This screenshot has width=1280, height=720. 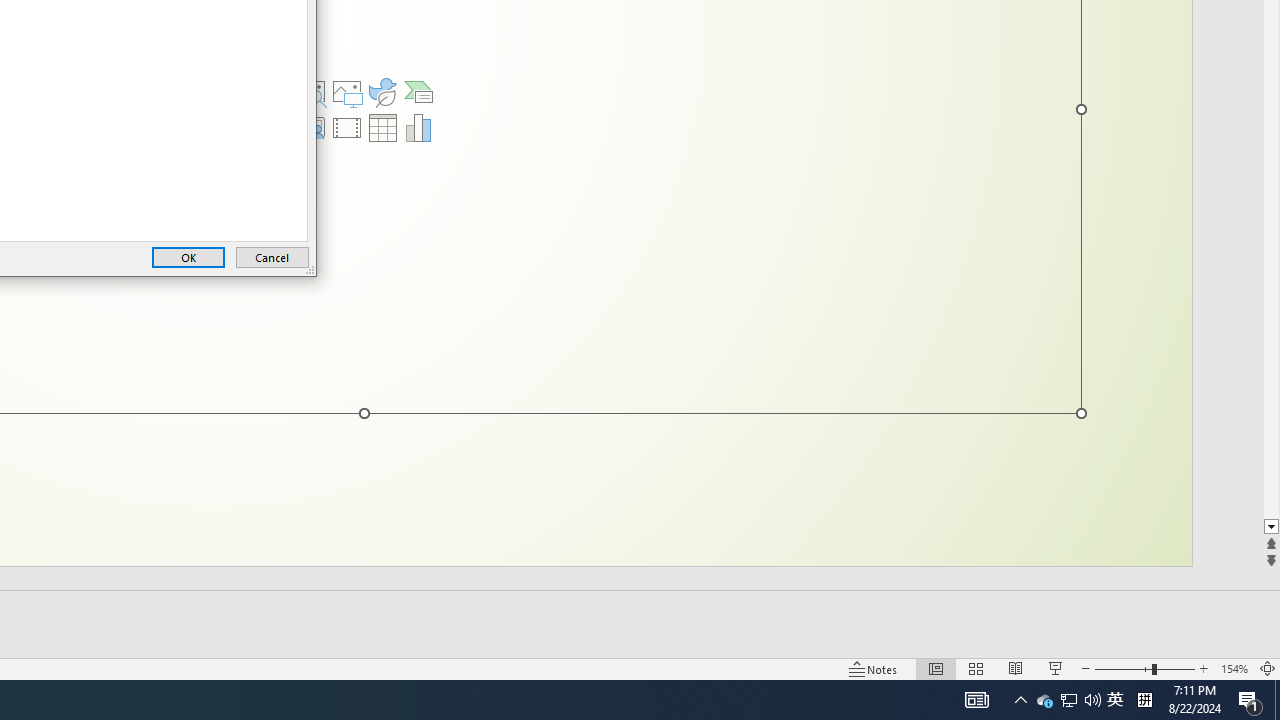 What do you see at coordinates (418, 92) in the screenshot?
I see `'Insert a SmartArt Graphic'` at bounding box center [418, 92].